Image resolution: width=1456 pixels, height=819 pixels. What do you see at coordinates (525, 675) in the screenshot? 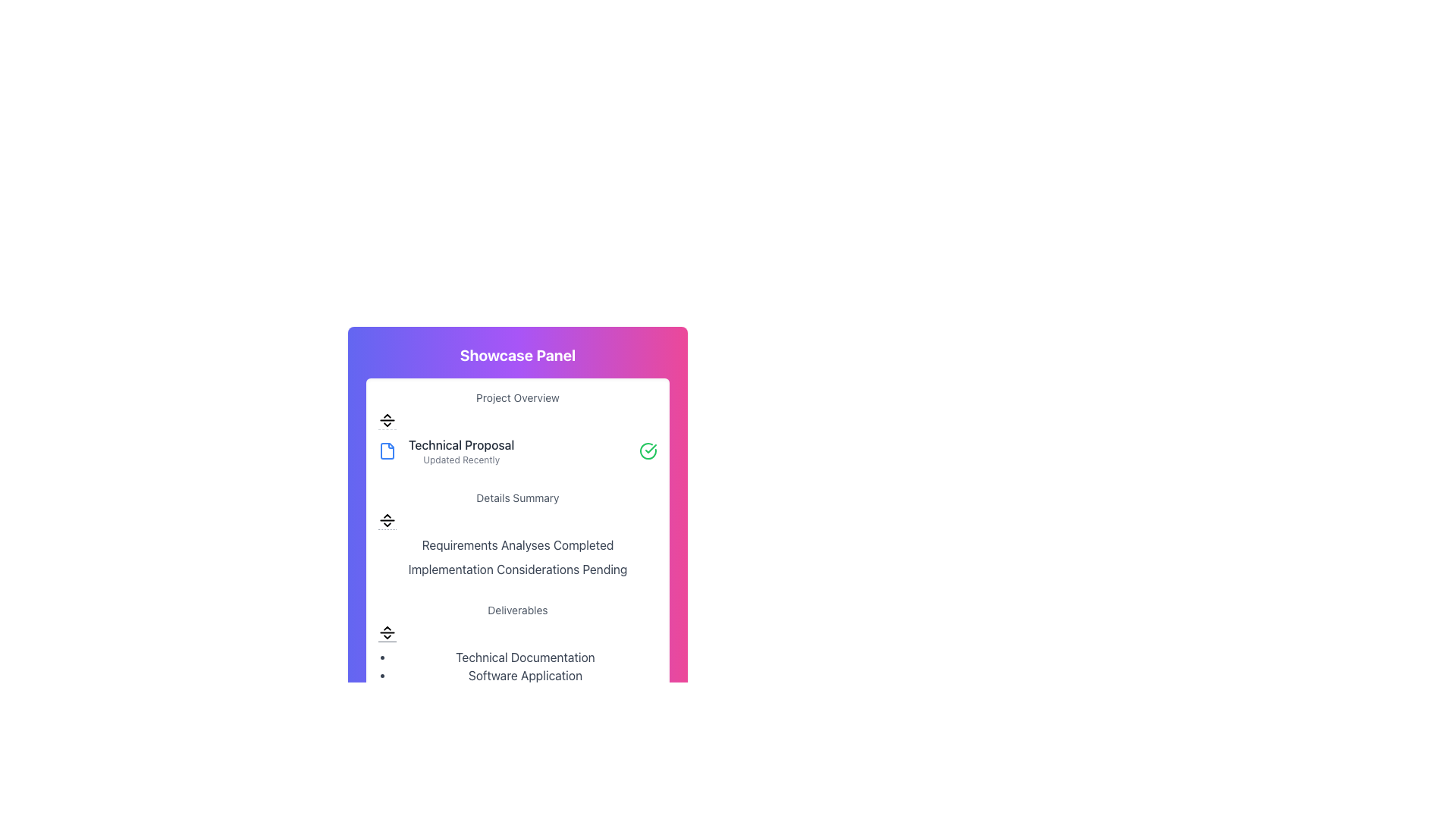
I see `the second item in the bulleted list labeled 'Deliverables', which acts as a label for related content, positioned between 'Technical Documentation' and 'User Training Material'` at bounding box center [525, 675].